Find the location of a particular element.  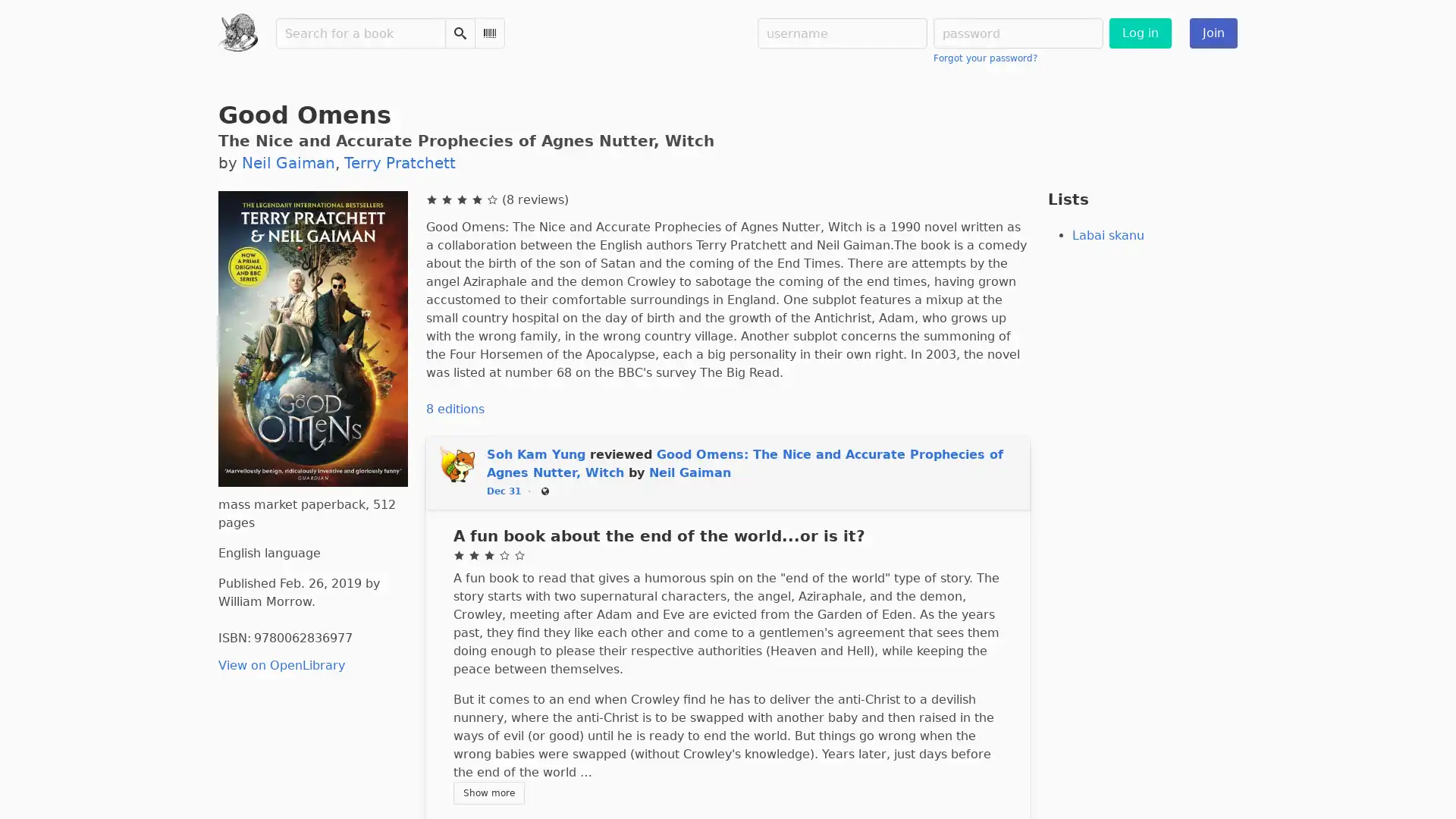

Show more is located at coordinates (488, 792).